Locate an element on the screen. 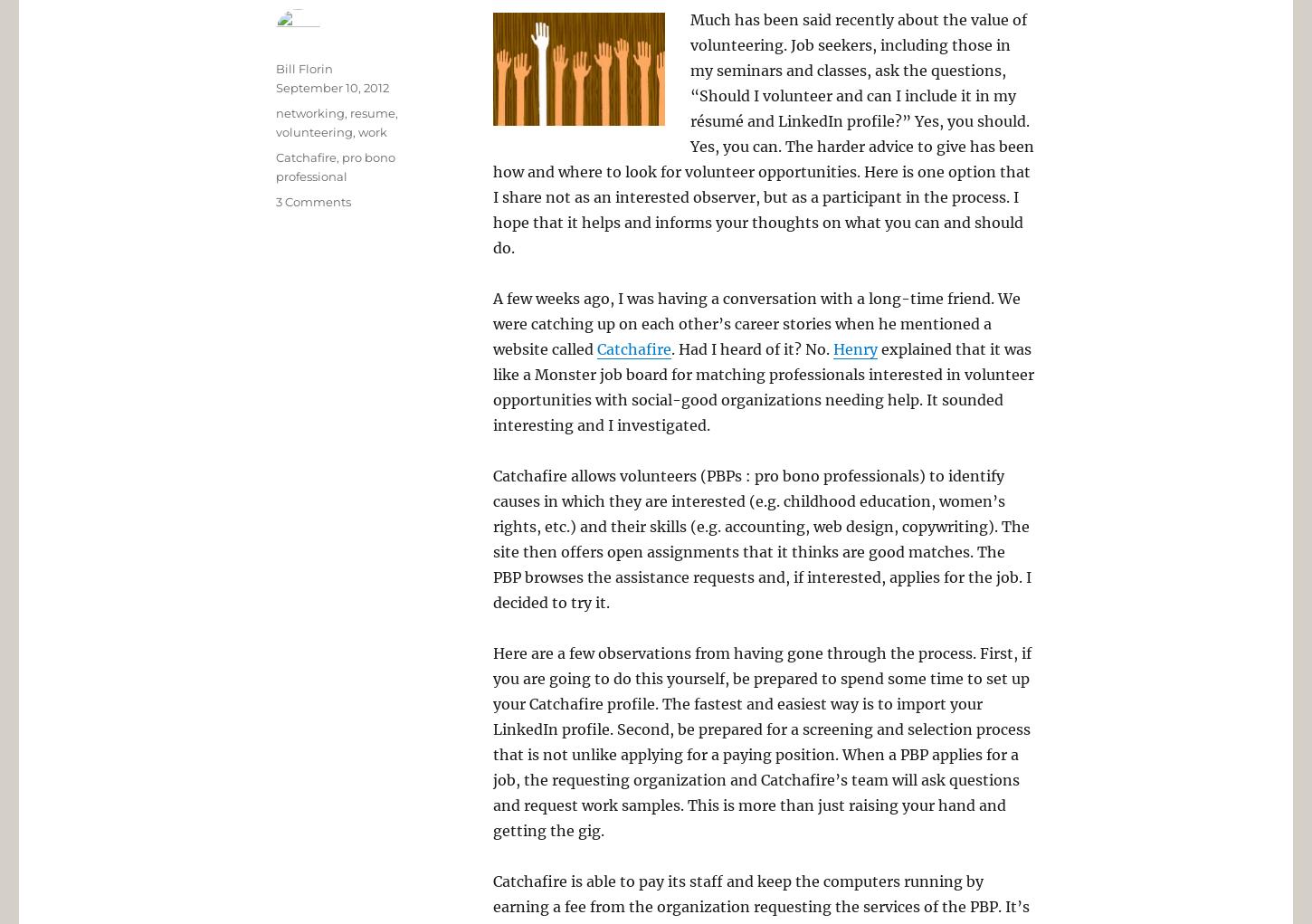 This screenshot has width=1312, height=924. 'Much has been said recently about the value of volunteering. Job seekers, including those in my seminars and classes, ask the questions, “Should I volunteer and can I include it in my résumé and LinkedIn profile?” Yes, you should. Yes, you can. The harder advice to give has been how and where to look for volunteer opportunities. Here is one option that I share not as an interested observer, but as a participant in the process. I hope that it helps and informs your thoughts on what you can and should do.' is located at coordinates (764, 134).